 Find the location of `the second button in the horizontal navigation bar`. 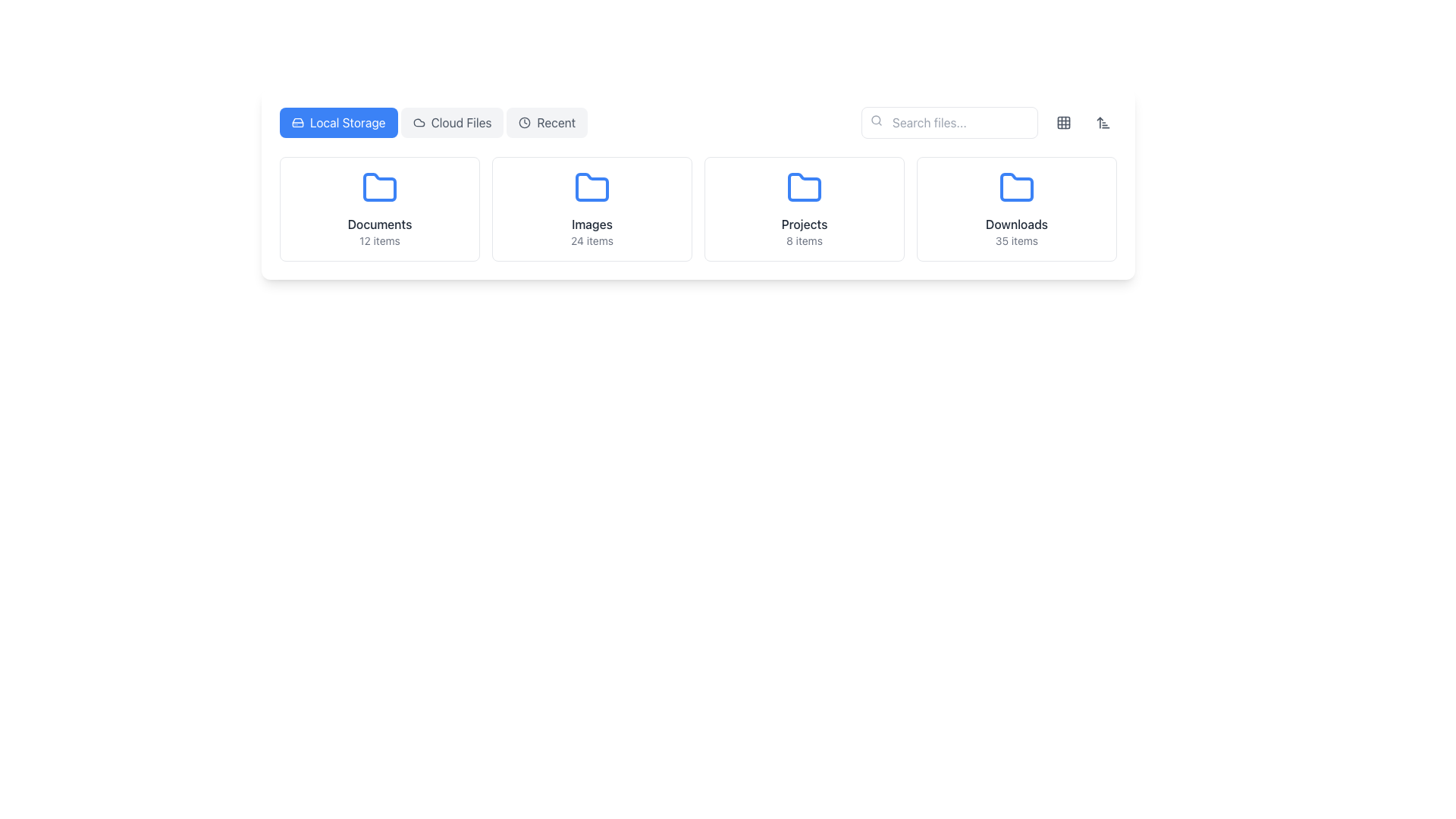

the second button in the horizontal navigation bar is located at coordinates (450, 122).